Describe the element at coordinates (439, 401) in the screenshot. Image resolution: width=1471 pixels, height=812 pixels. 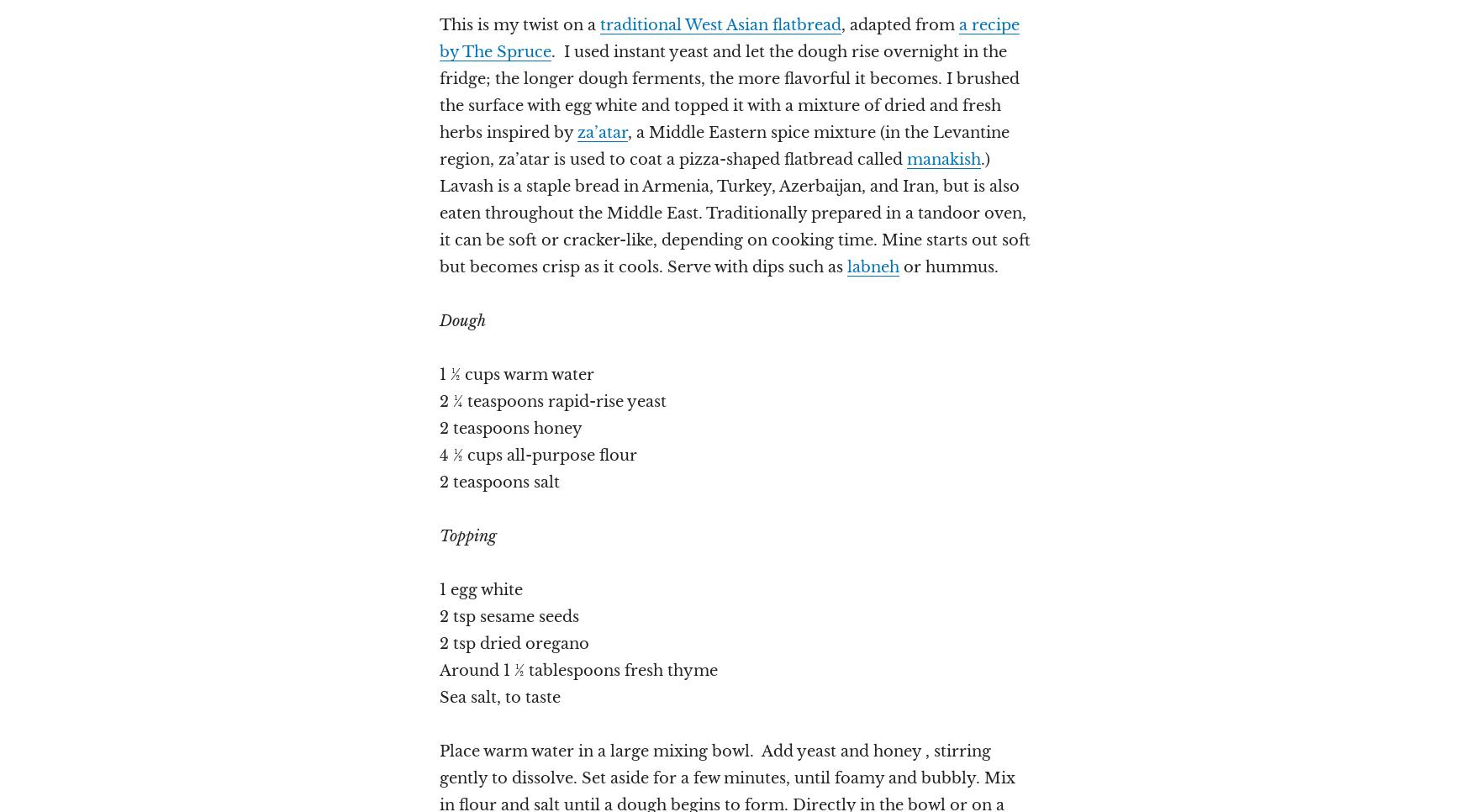
I see `'2 ¼ teaspoons rapid-rise yeast'` at that location.